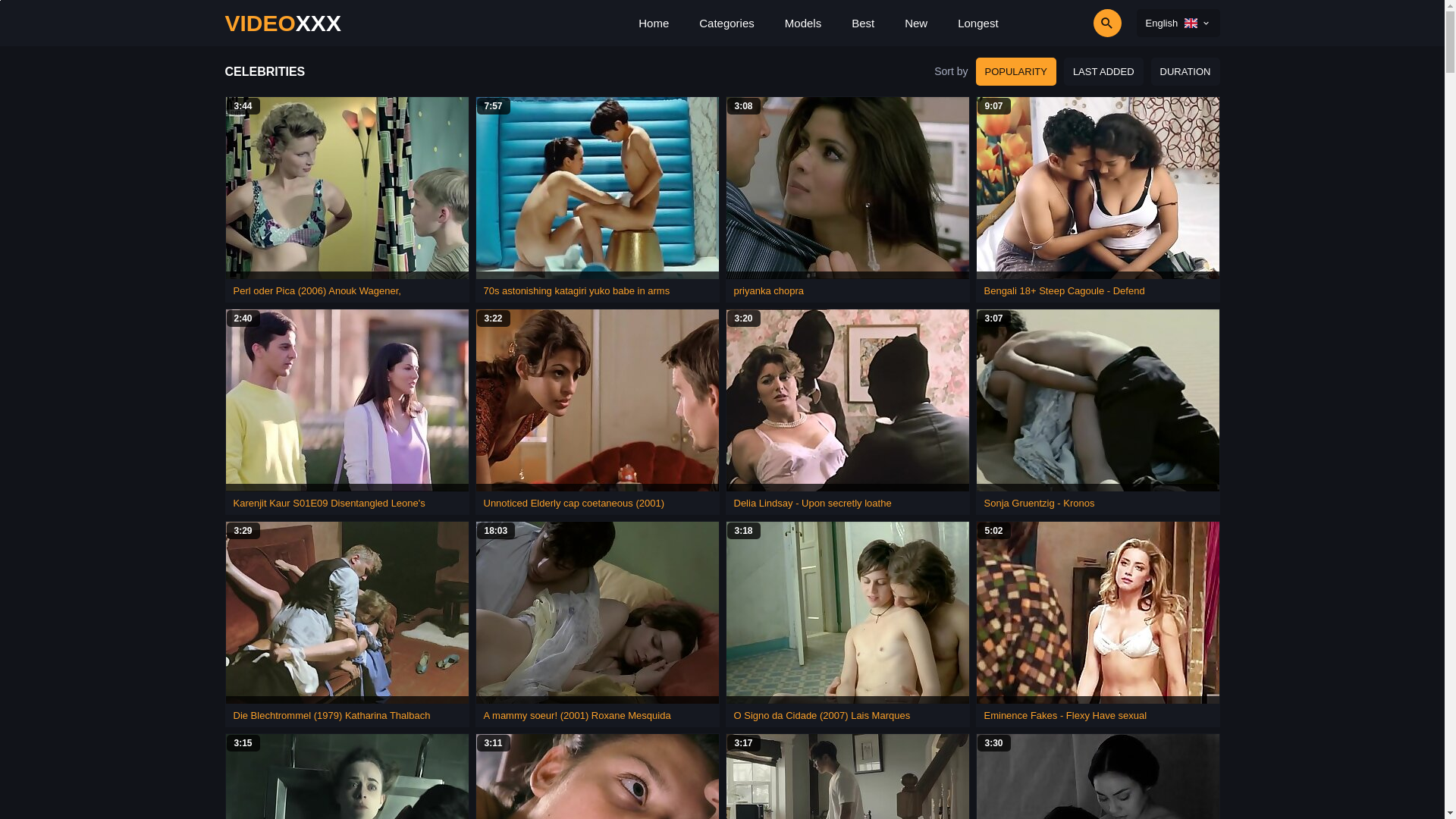 The width and height of the screenshot is (1456, 819). What do you see at coordinates (1063, 290) in the screenshot?
I see `'Bengali 18+ Steep Cagoule - Defend'` at bounding box center [1063, 290].